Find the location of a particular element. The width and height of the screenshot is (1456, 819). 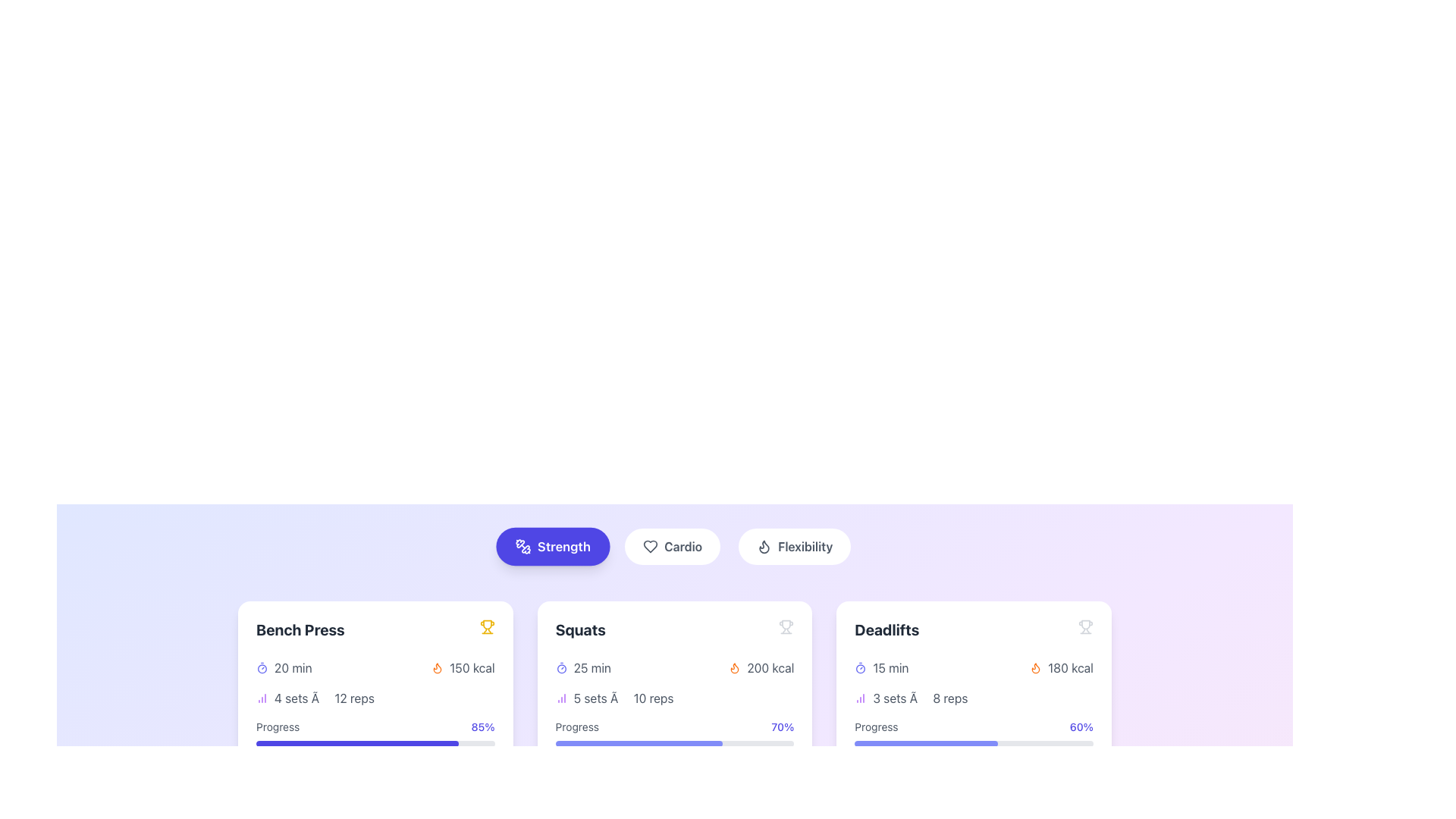

the text label displaying '20 min' in gray color, styled in a small, sans-serif font, located in the workout detail card under the heading 'Bench Press', positioned to the right of a small timer icon is located at coordinates (293, 667).